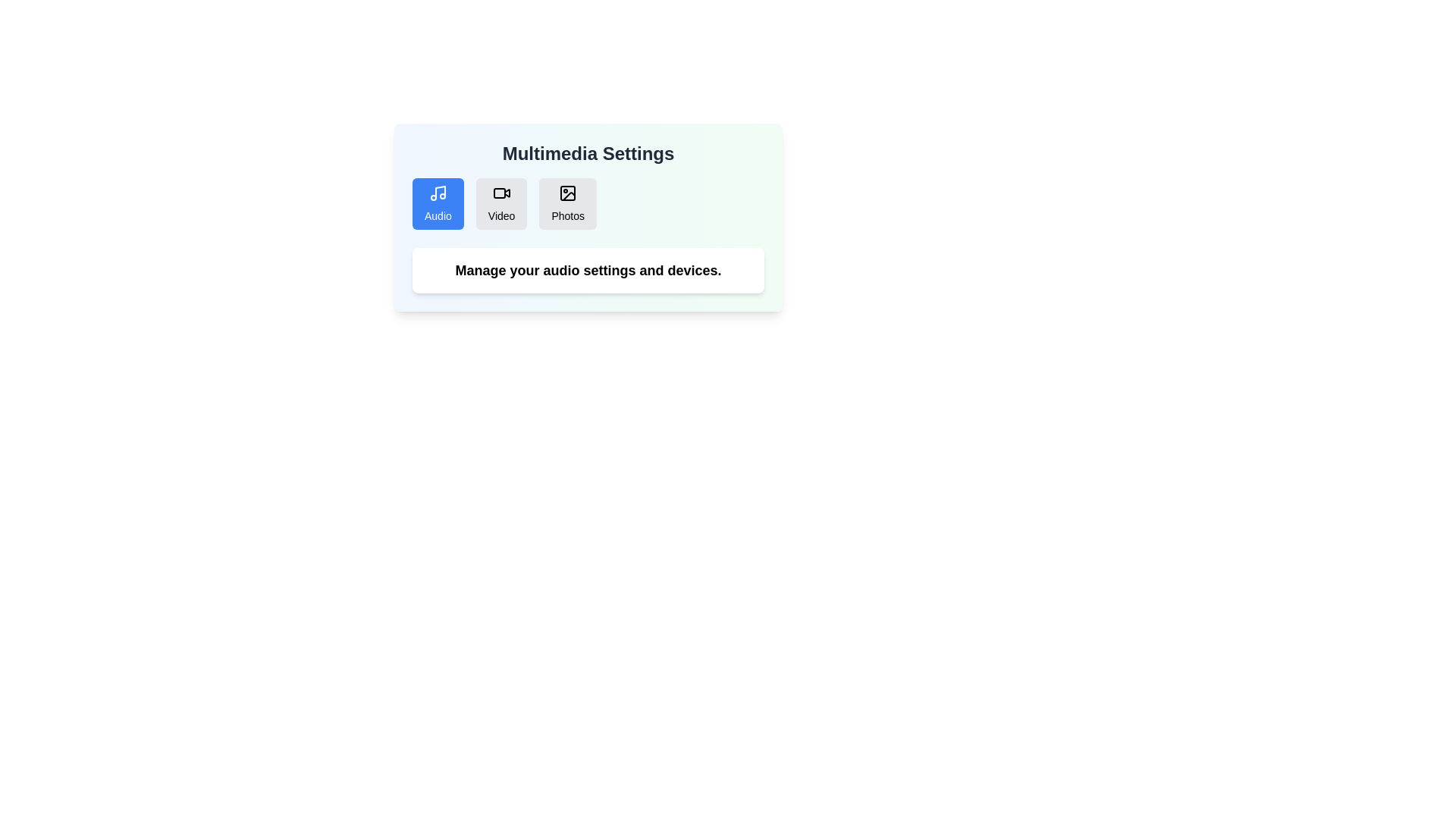 This screenshot has height=819, width=1456. I want to click on text label indicating audio settings located at the bottom of the audio options button, which is the first element in the multimedia selection row, so click(437, 216).